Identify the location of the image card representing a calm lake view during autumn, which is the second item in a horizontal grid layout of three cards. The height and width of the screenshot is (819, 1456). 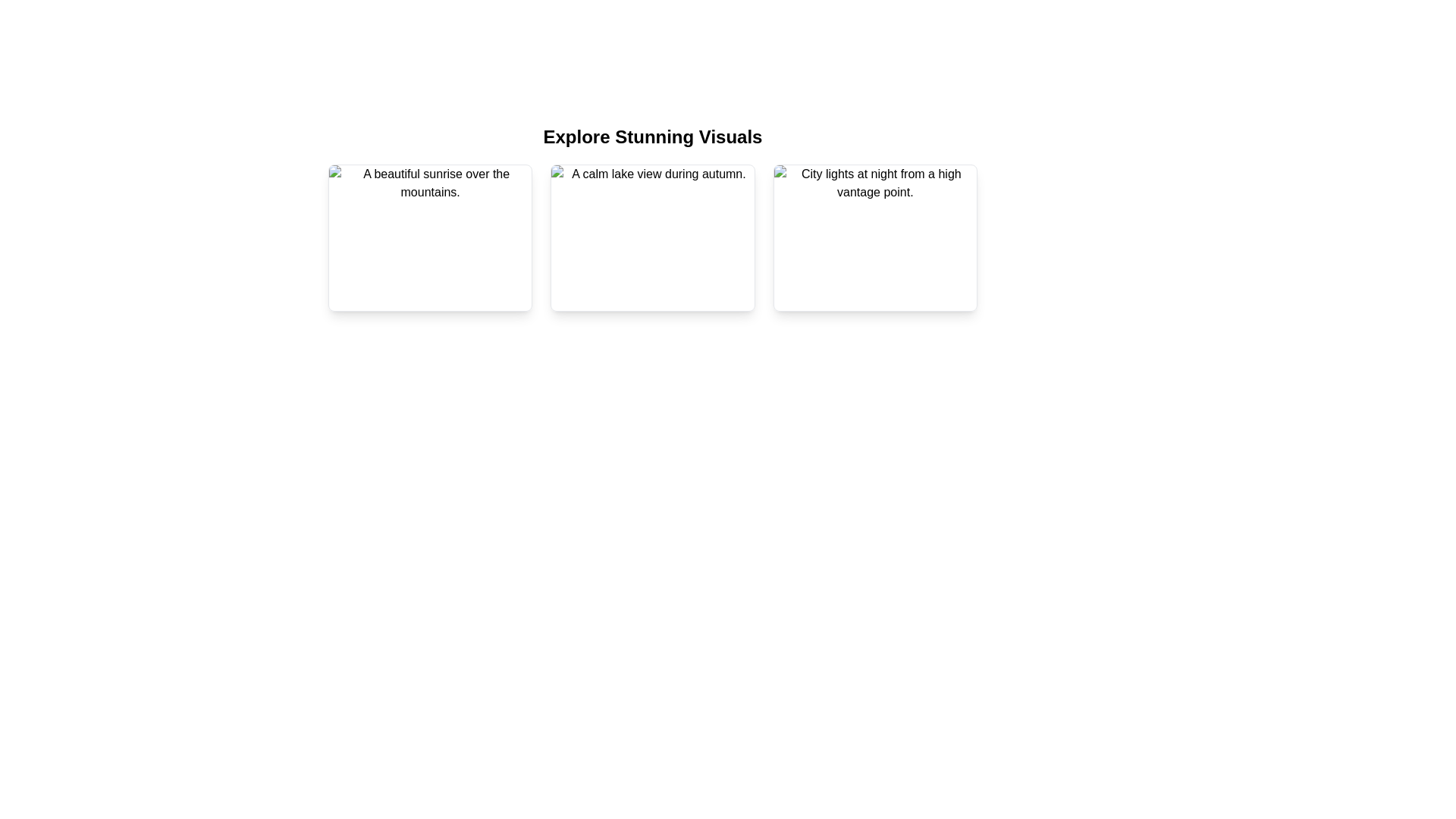
(652, 237).